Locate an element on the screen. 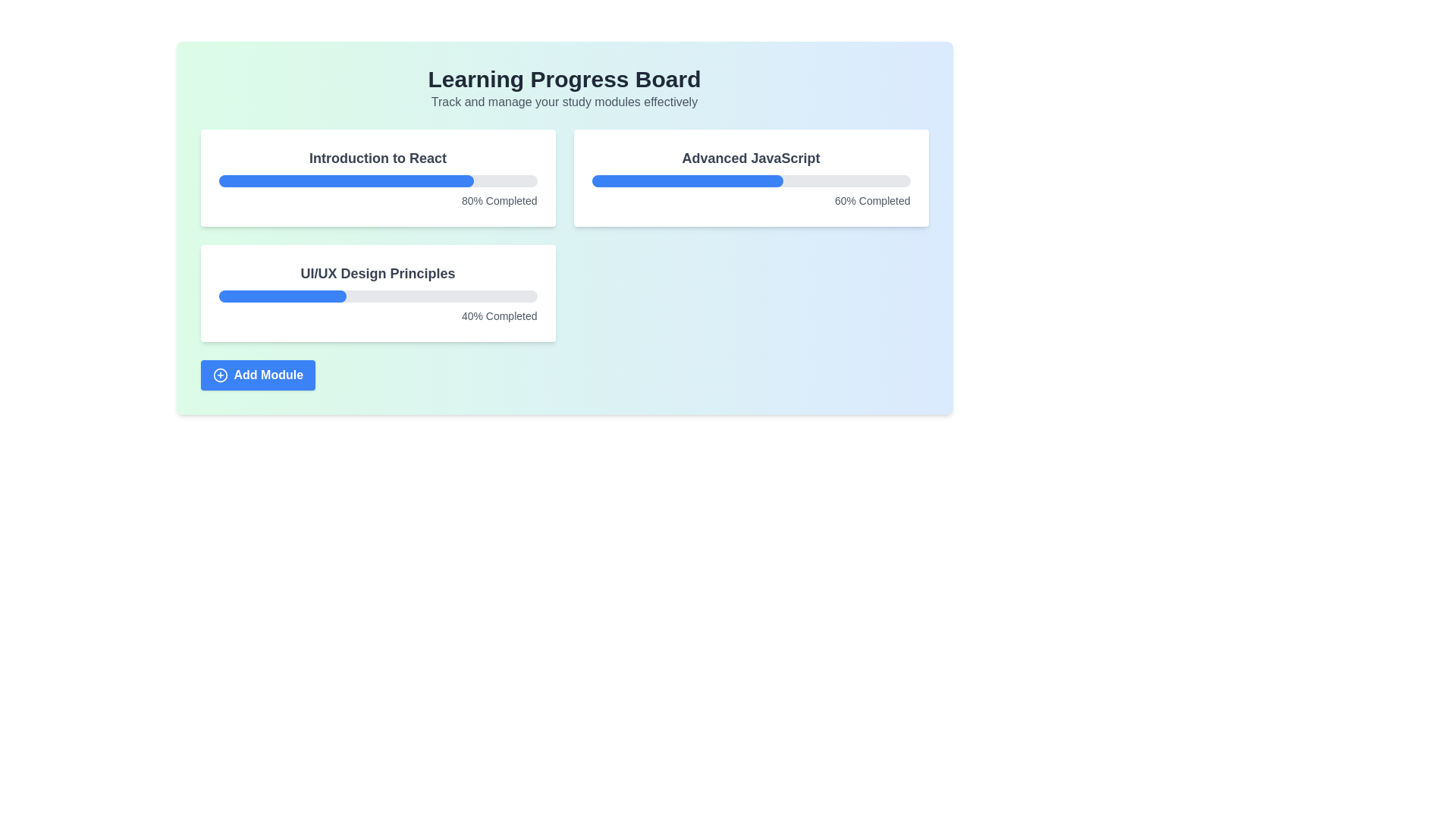 Image resolution: width=1456 pixels, height=819 pixels. the progress bar fill indicating 60% completion of the Advanced JavaScript module is located at coordinates (686, 180).